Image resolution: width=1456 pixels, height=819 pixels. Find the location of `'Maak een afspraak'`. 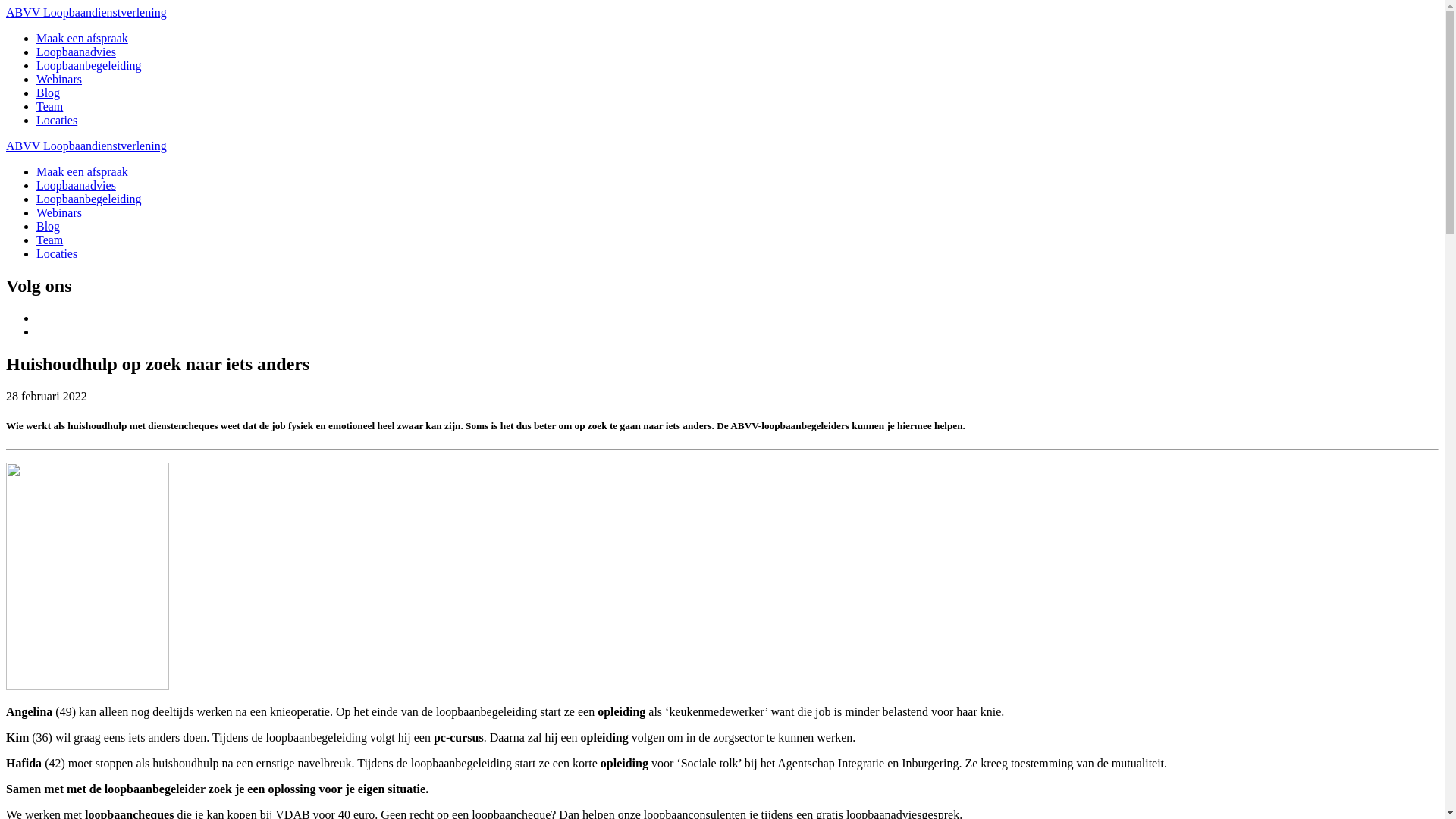

'Maak een afspraak' is located at coordinates (81, 37).